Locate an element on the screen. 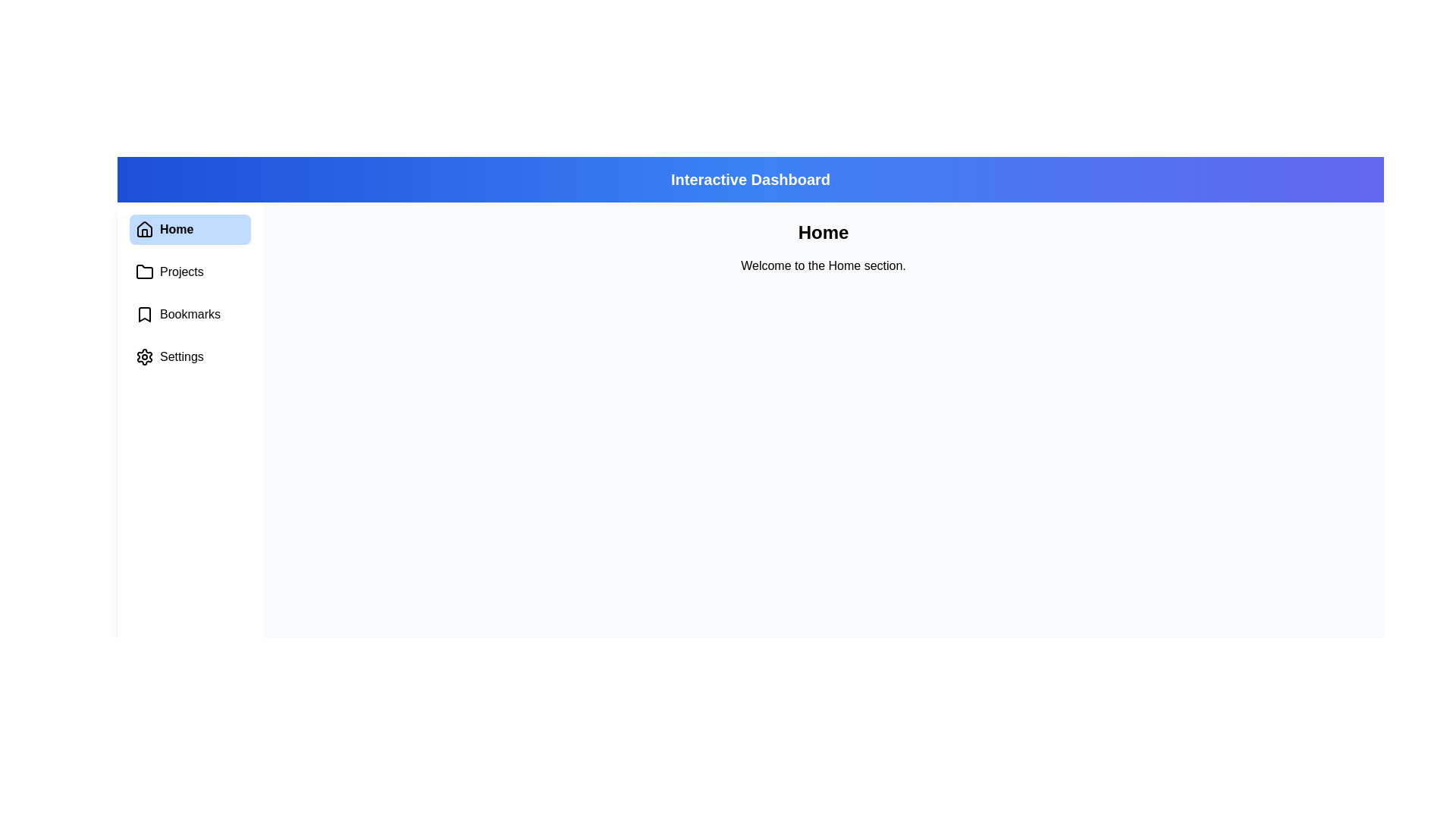 The width and height of the screenshot is (1456, 819). the menu item Home to view its content is located at coordinates (189, 230).